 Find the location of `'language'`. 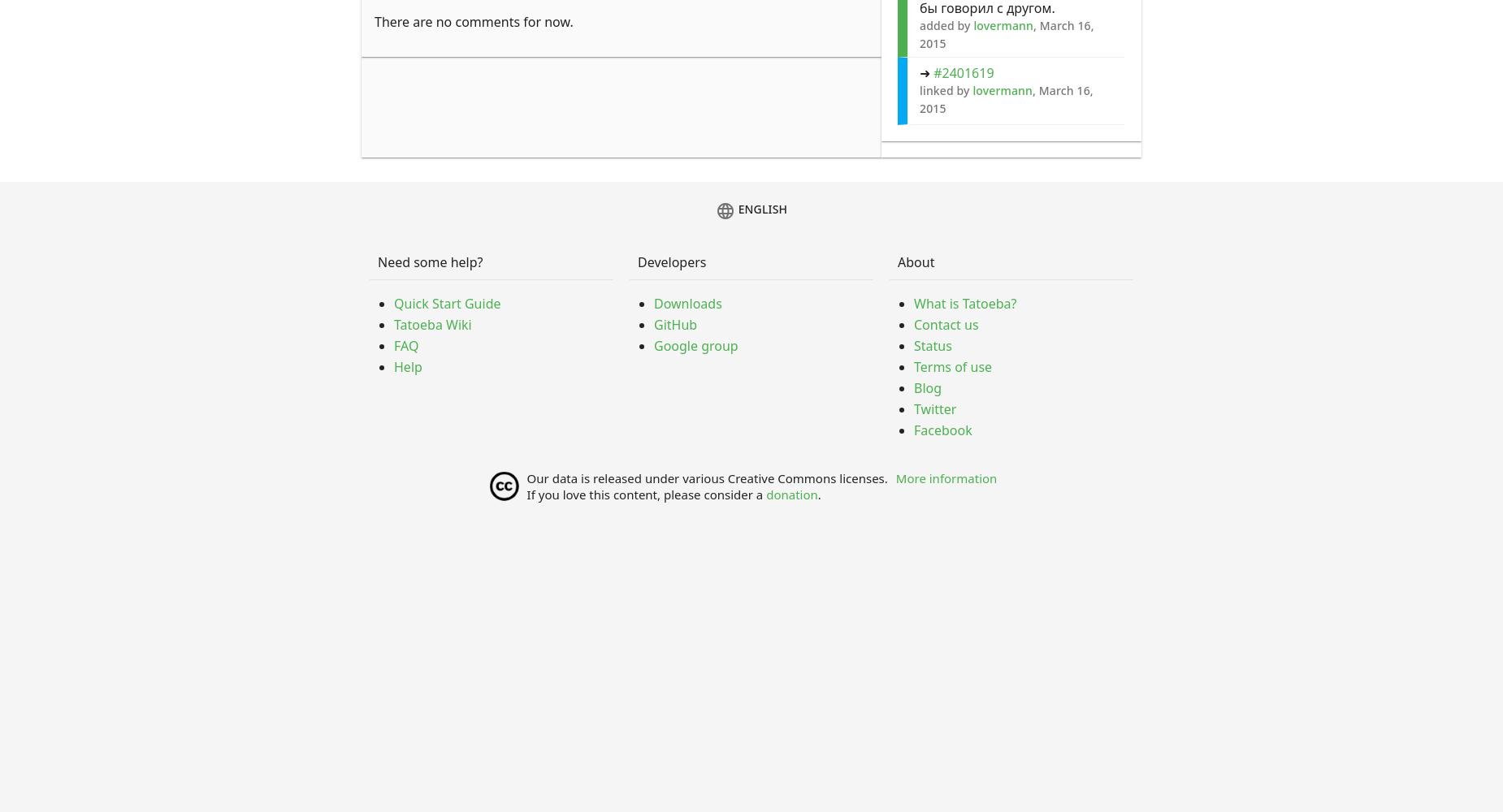

'language' is located at coordinates (725, 210).